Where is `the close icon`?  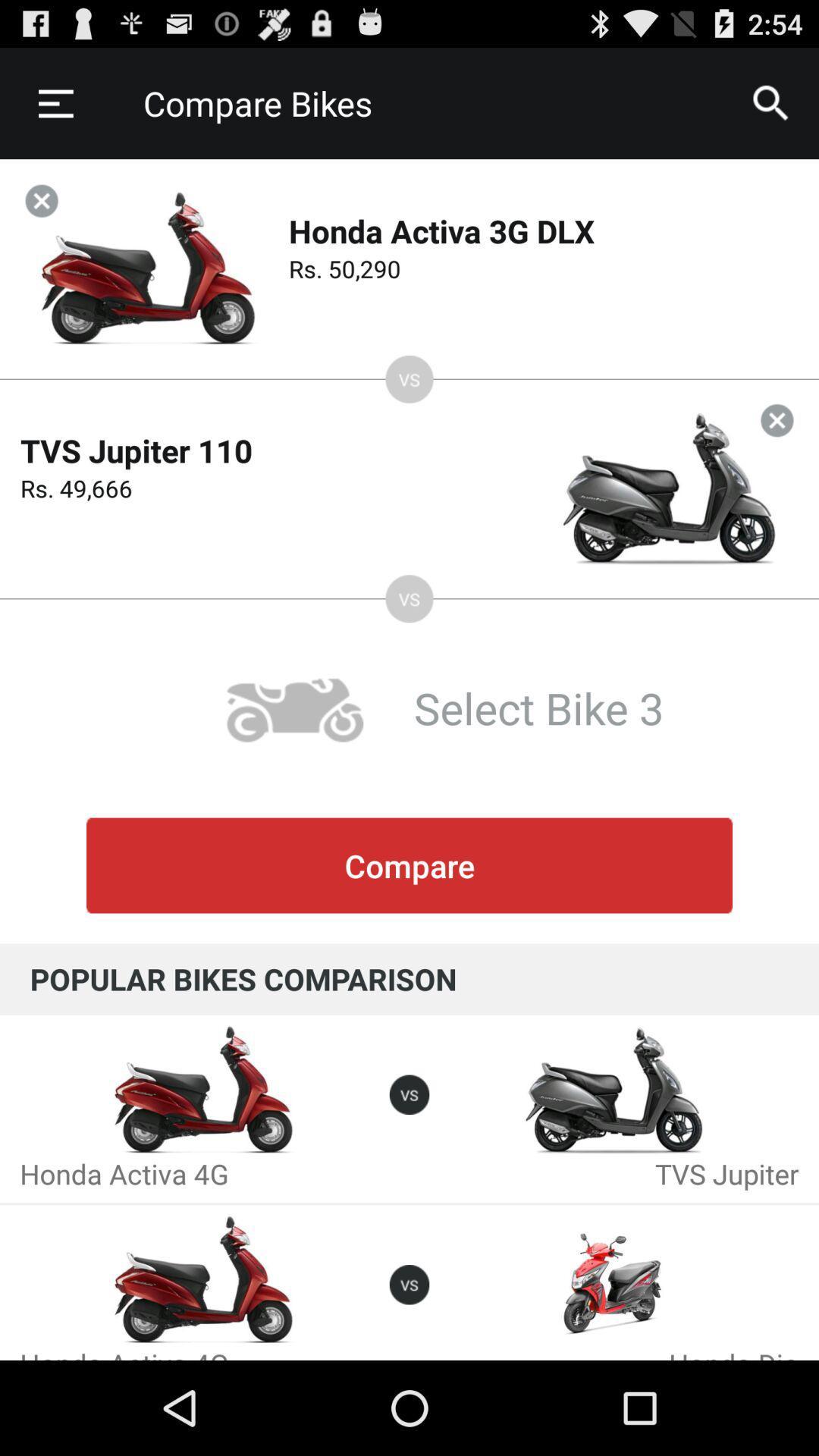 the close icon is located at coordinates (41, 214).